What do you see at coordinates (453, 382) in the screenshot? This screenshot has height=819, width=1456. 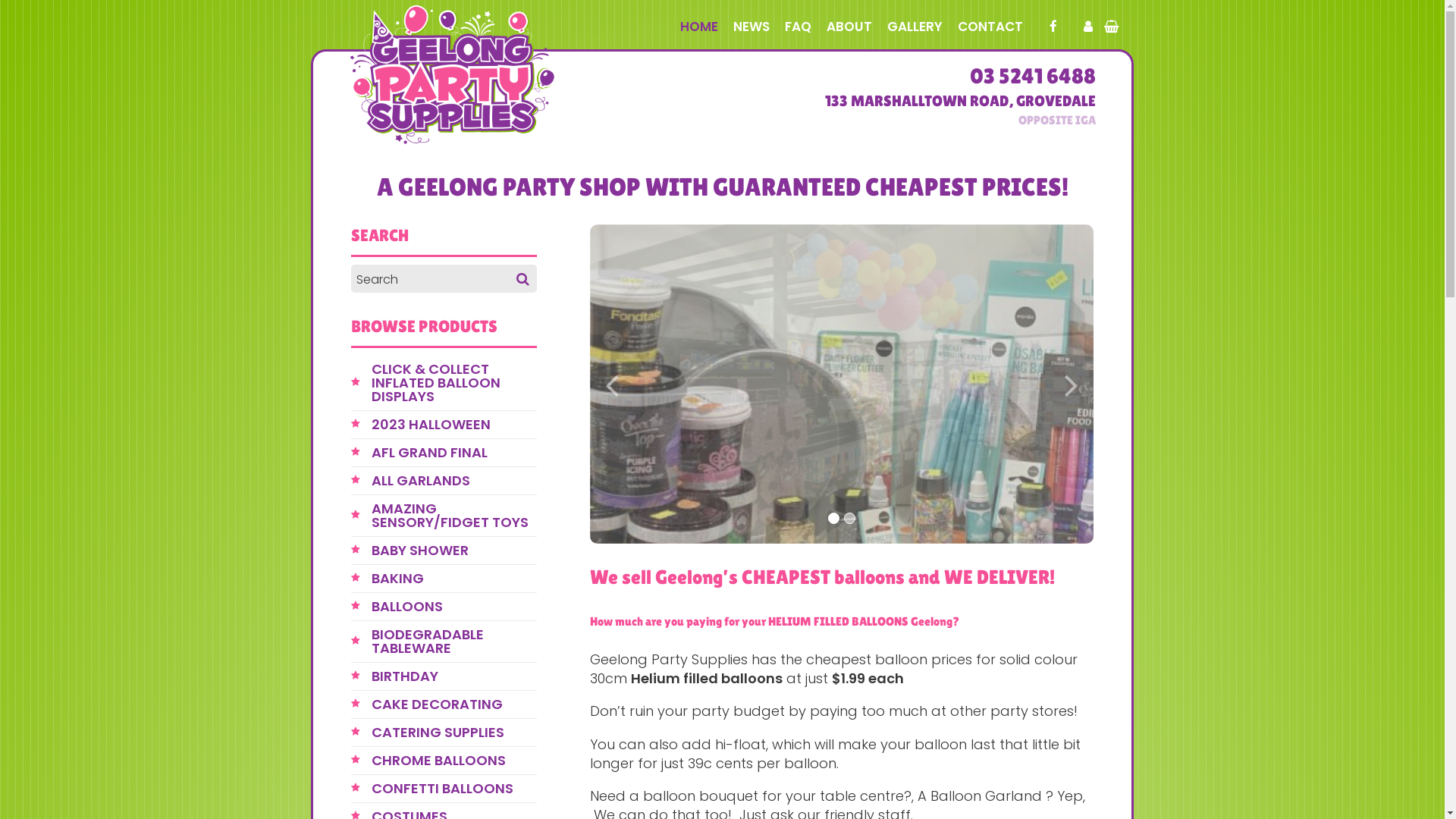 I see `'CLICK & COLLECT INFLATED BALLOON DISPLAYS'` at bounding box center [453, 382].